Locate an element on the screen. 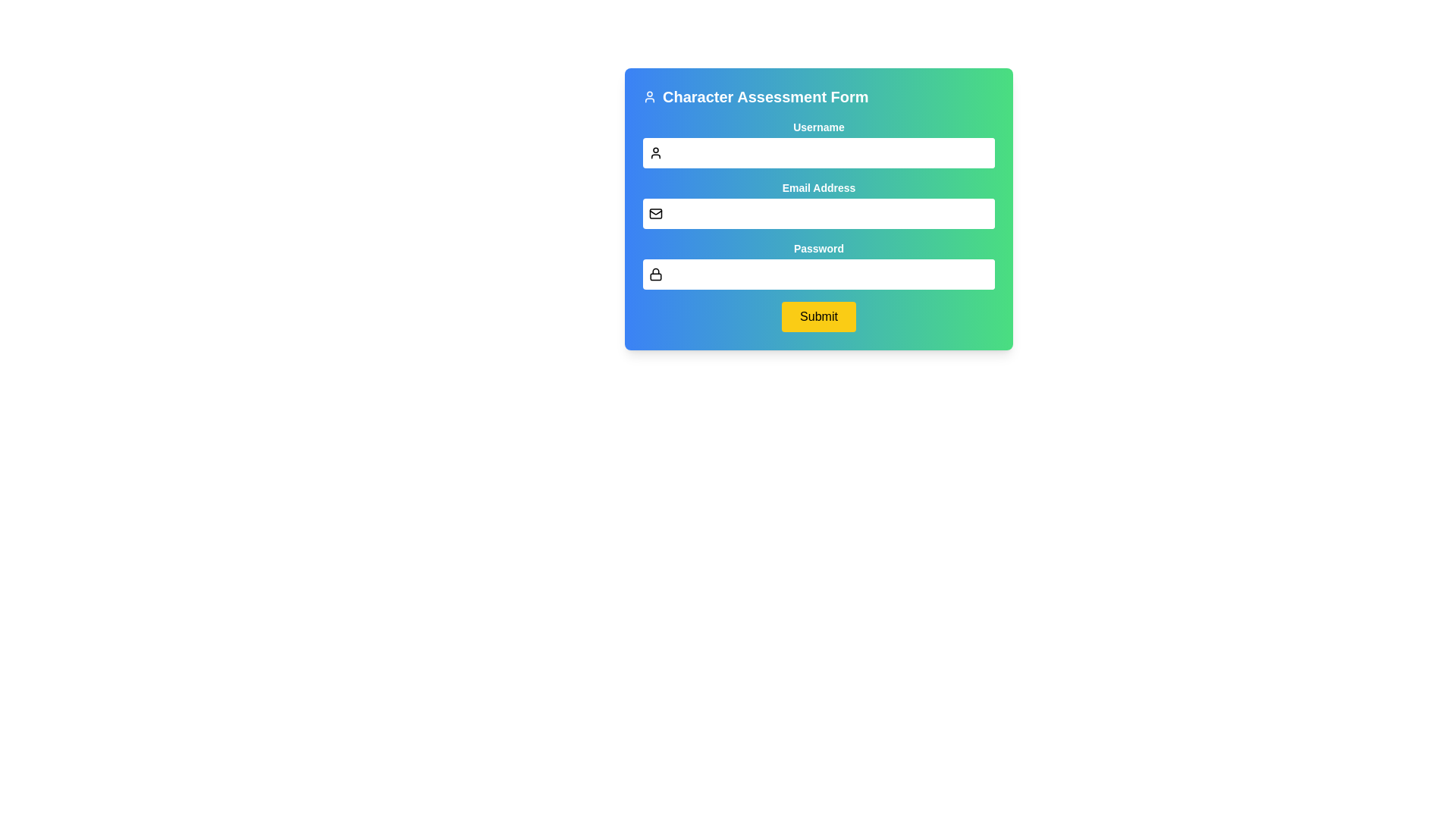  the envelope-shaped icon with a black outline and white background, located to the left of the email input field in the 'Email Address' form row is located at coordinates (655, 213).